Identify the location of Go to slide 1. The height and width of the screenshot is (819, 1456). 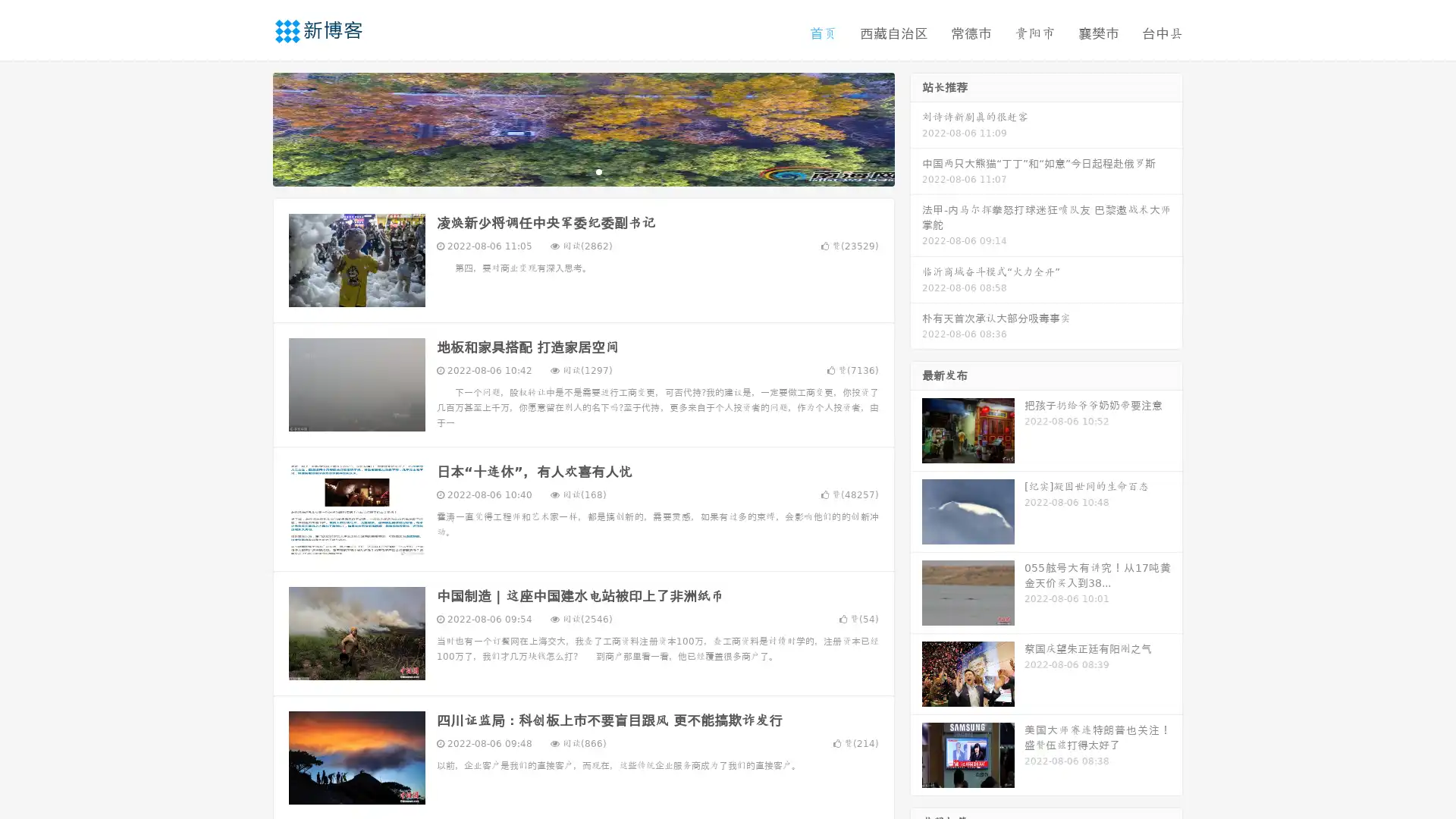
(567, 171).